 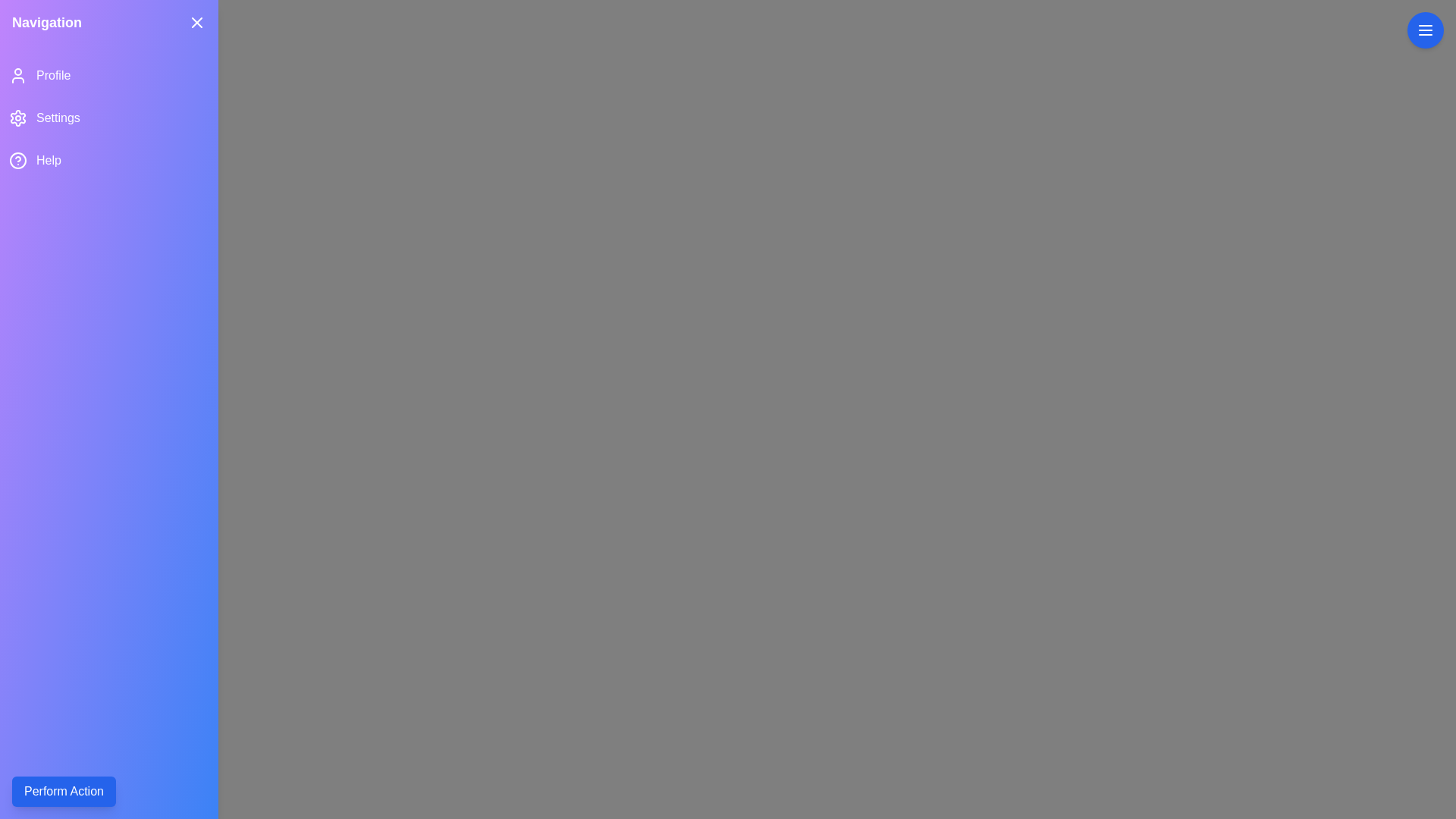 I want to click on the left-most help icon, so click(x=18, y=161).